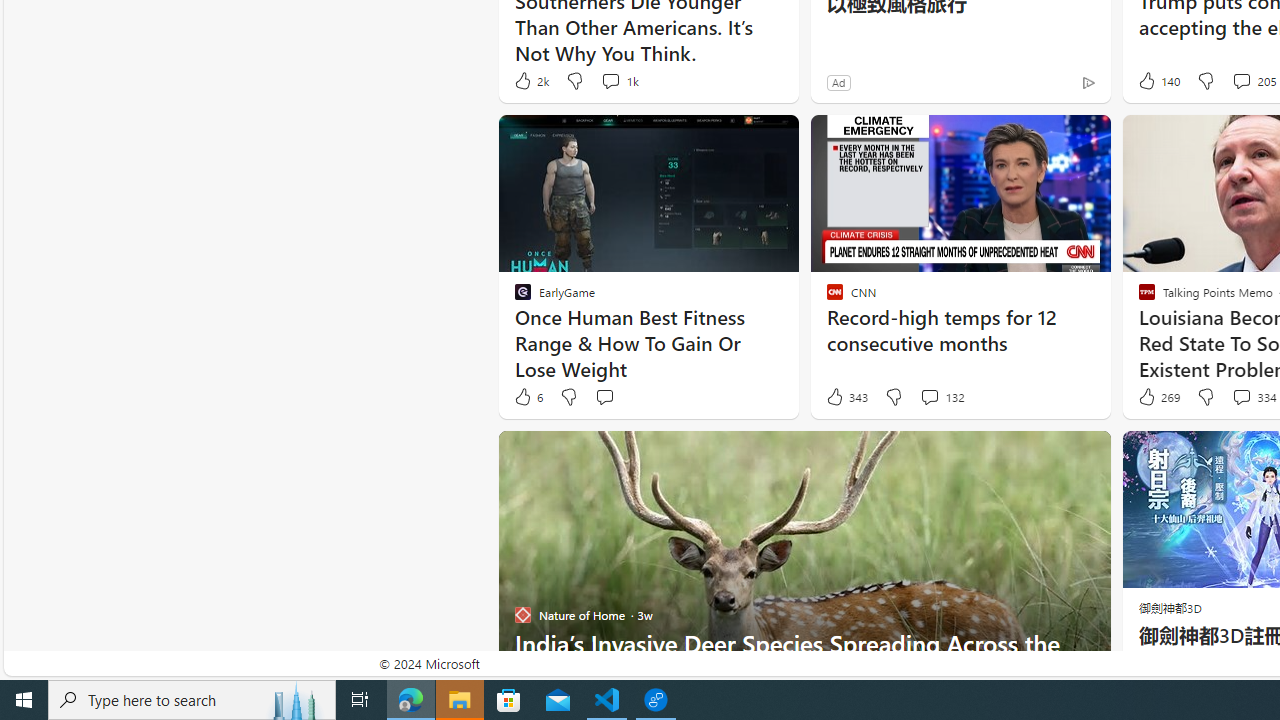 The height and width of the screenshot is (720, 1280). I want to click on '2k Like', so click(530, 80).